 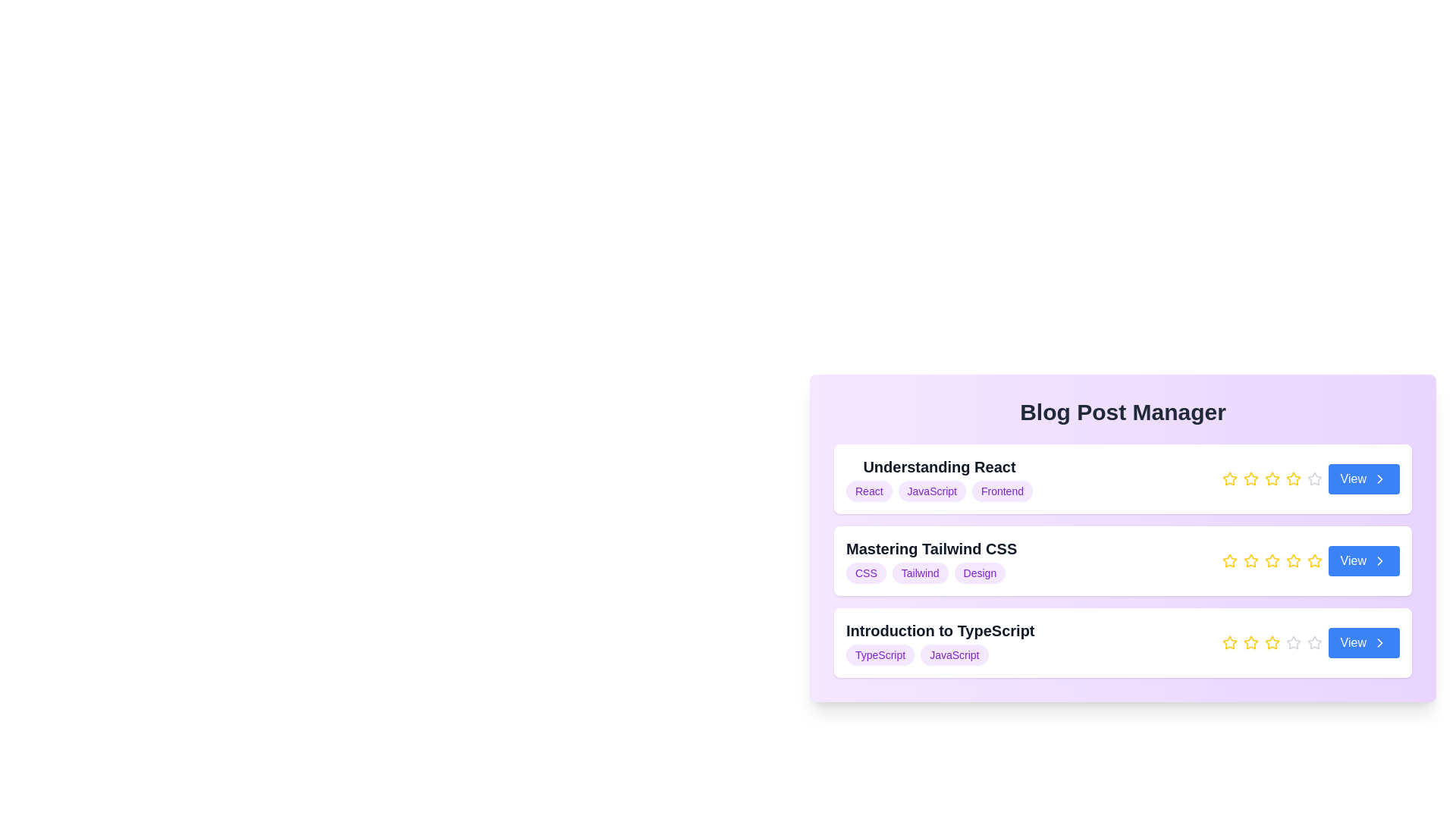 What do you see at coordinates (1313, 560) in the screenshot?
I see `the fourth star icon in the five-star rating system next to the 'Mastering Tailwind CSS' list item` at bounding box center [1313, 560].